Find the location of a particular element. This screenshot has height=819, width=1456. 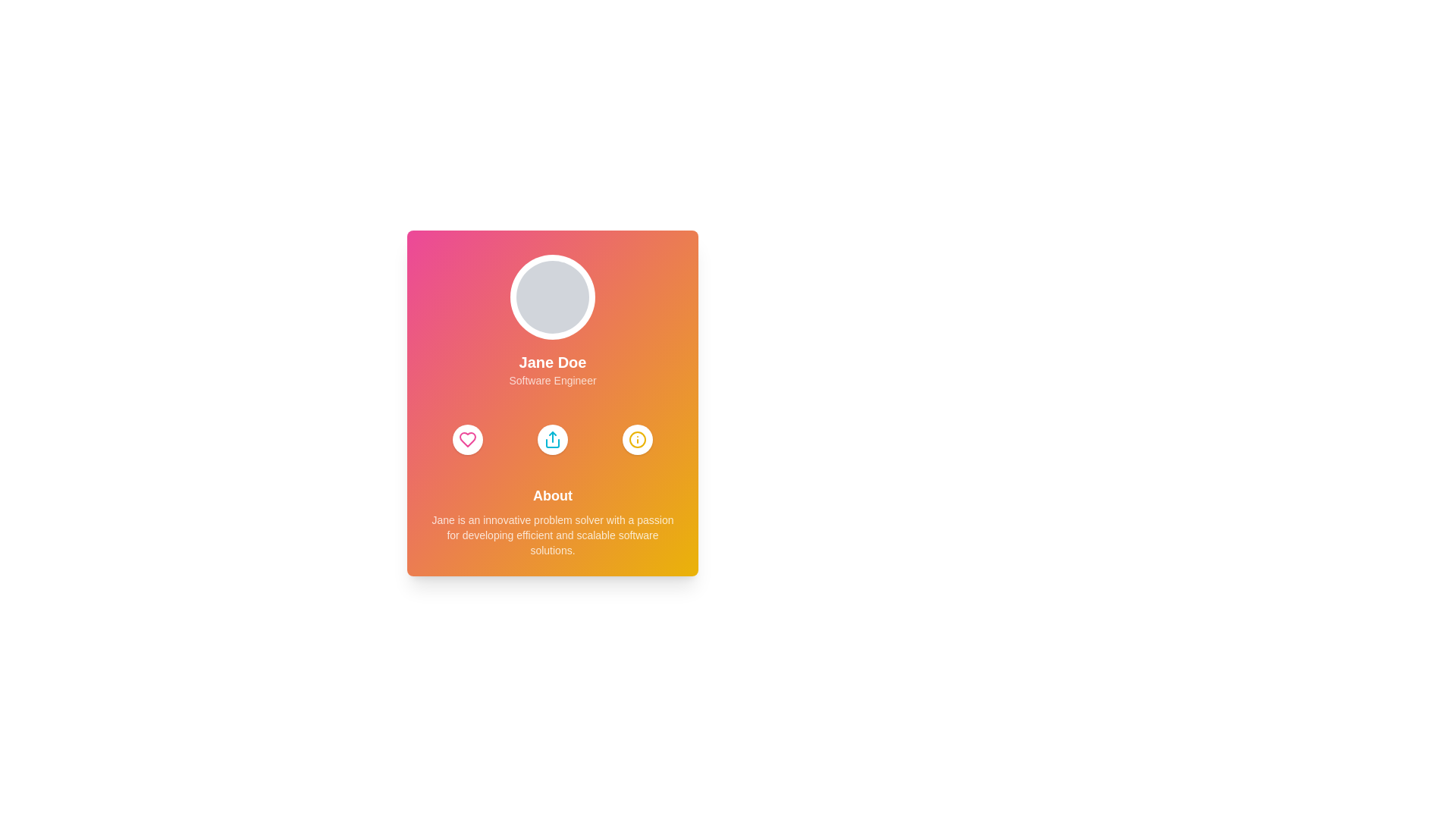

the heart-shaped pink icon with rounded edges located beneath the profile image and name is located at coordinates (467, 439).